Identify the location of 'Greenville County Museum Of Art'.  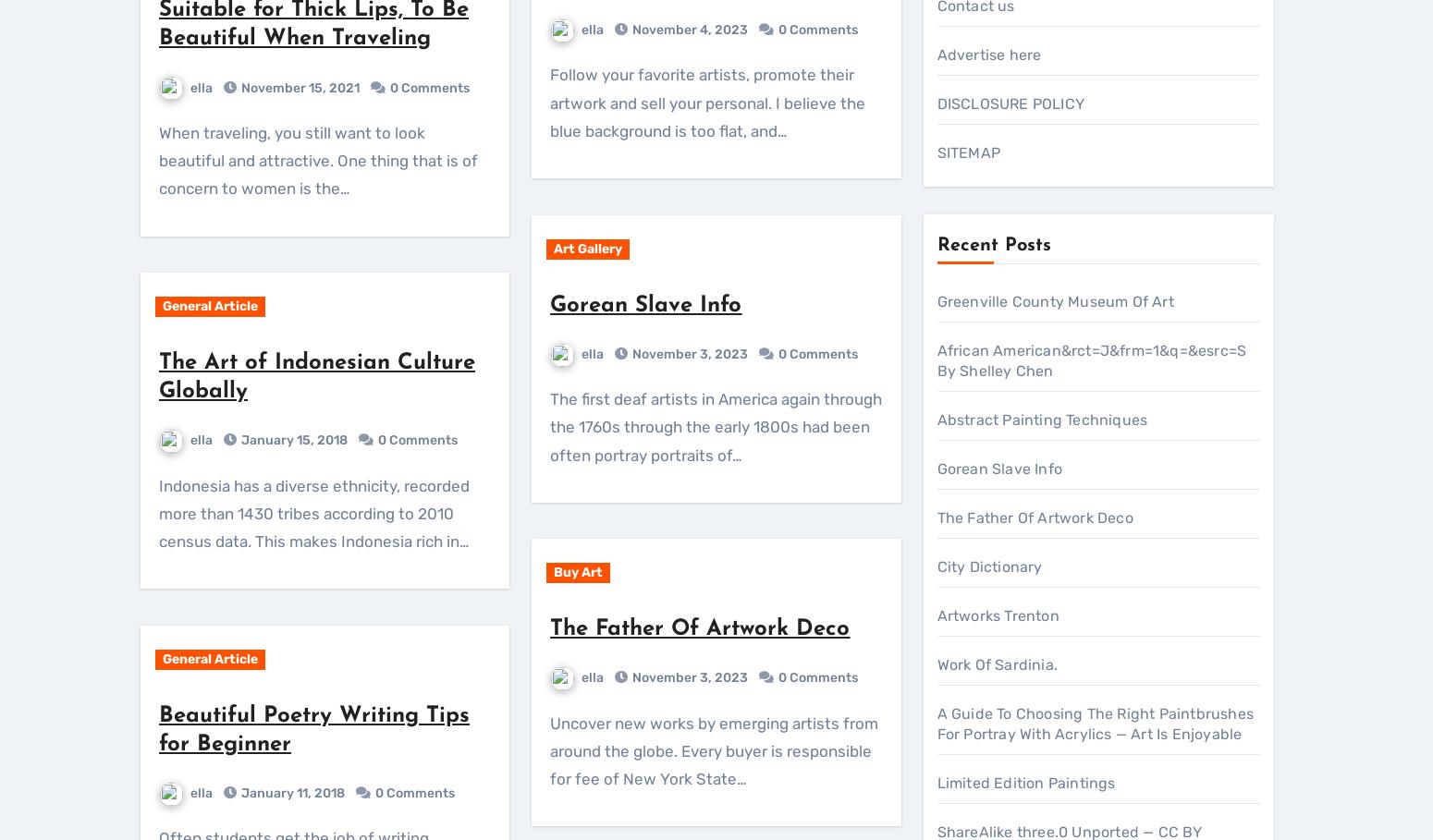
(181, 790).